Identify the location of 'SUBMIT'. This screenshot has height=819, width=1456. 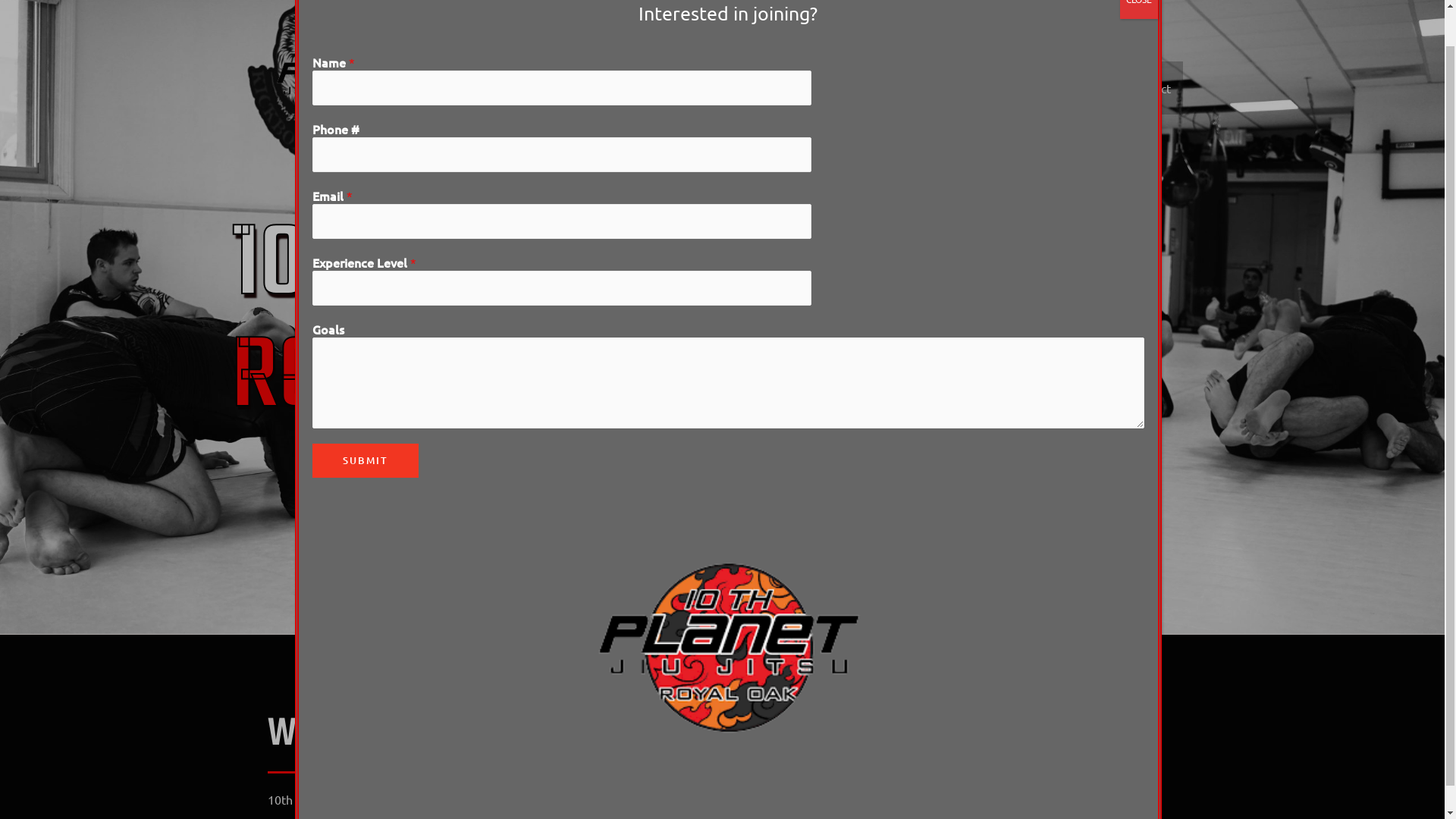
(365, 460).